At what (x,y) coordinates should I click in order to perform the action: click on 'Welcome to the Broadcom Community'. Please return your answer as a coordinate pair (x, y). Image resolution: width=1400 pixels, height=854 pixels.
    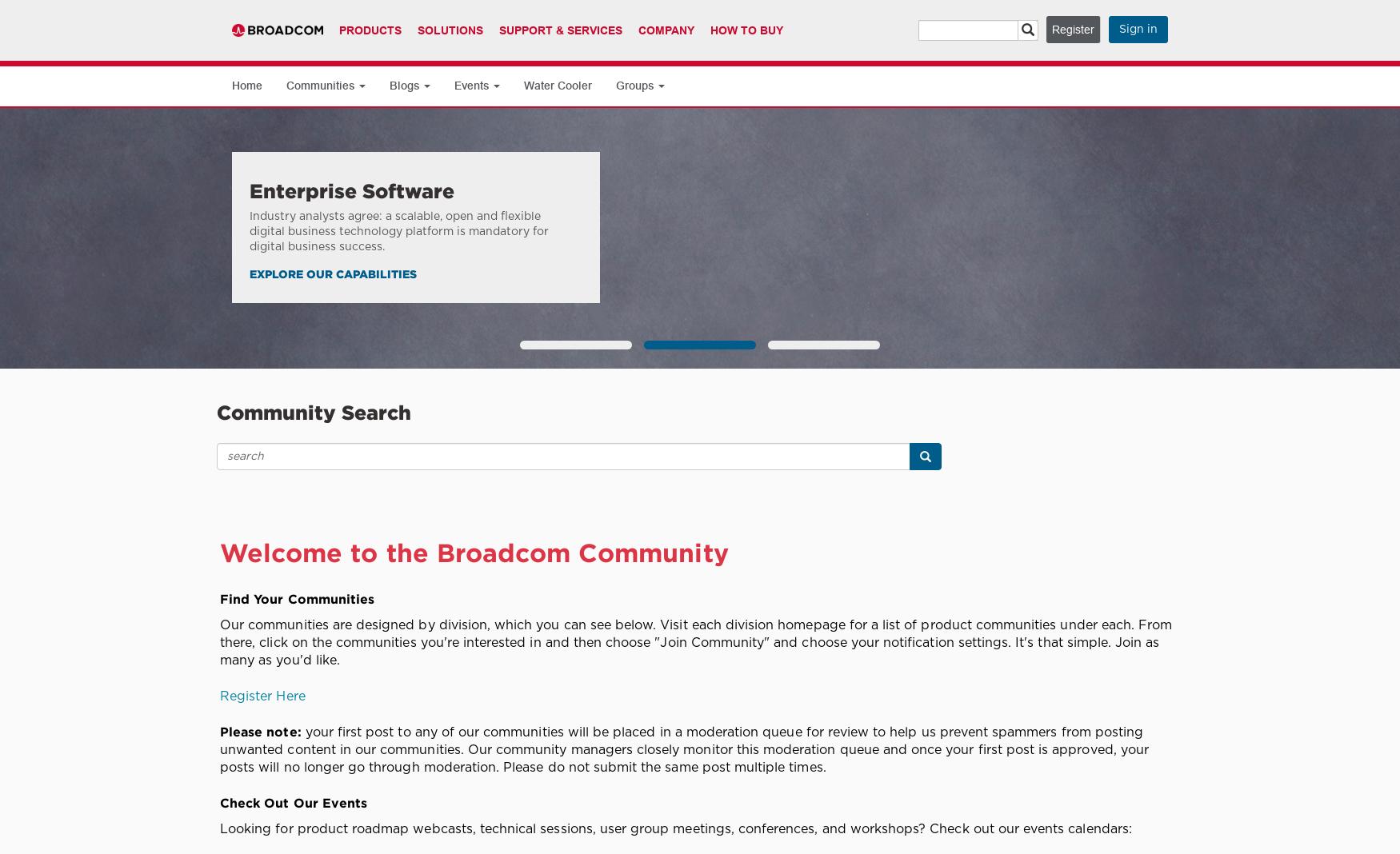
    Looking at the image, I should click on (218, 552).